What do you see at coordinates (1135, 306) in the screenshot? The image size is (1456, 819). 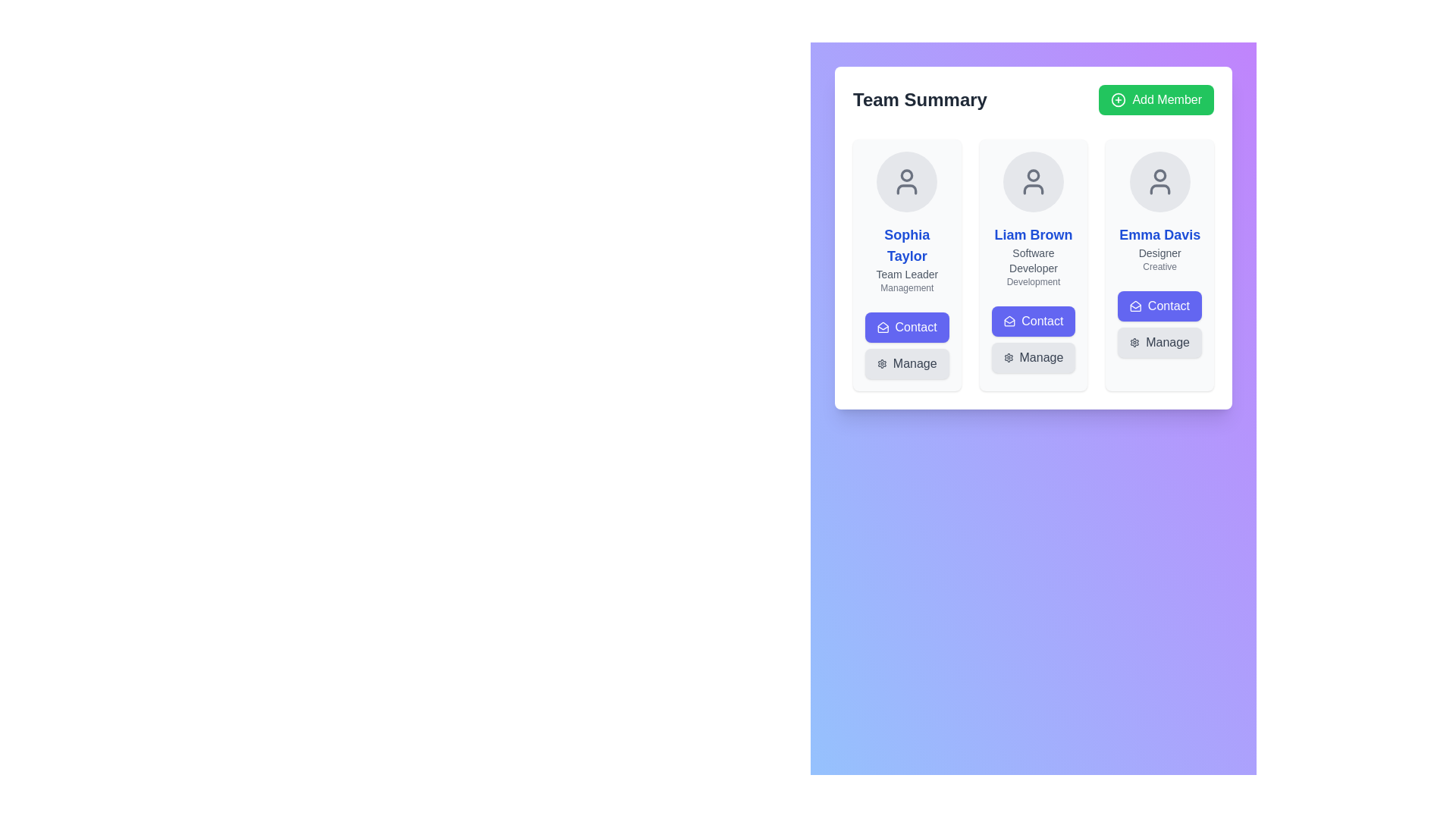 I see `the mail icon located in the lower section of Emma Davis's card` at bounding box center [1135, 306].